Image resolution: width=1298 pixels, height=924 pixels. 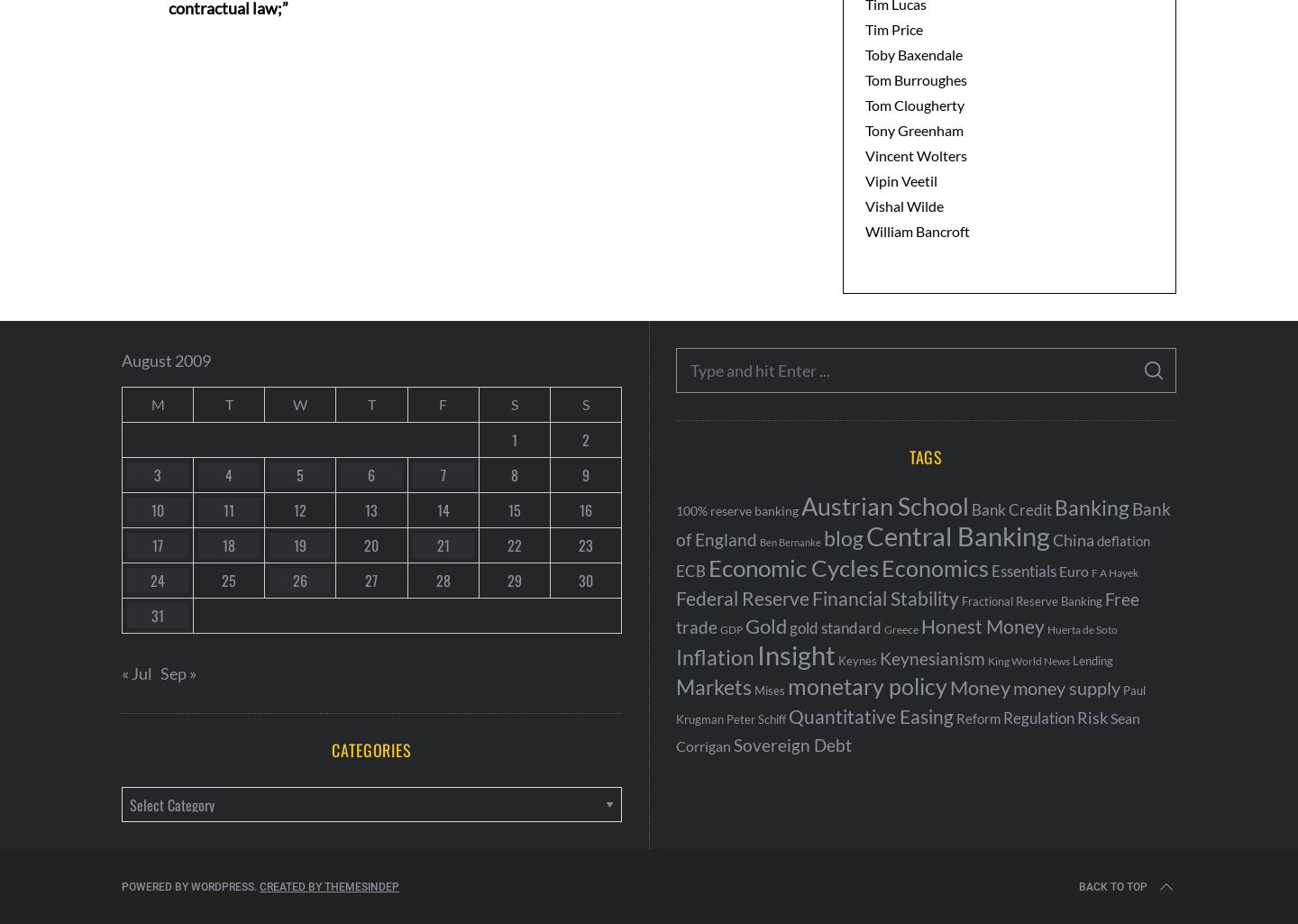 I want to click on '100% reserve banking', so click(x=674, y=510).